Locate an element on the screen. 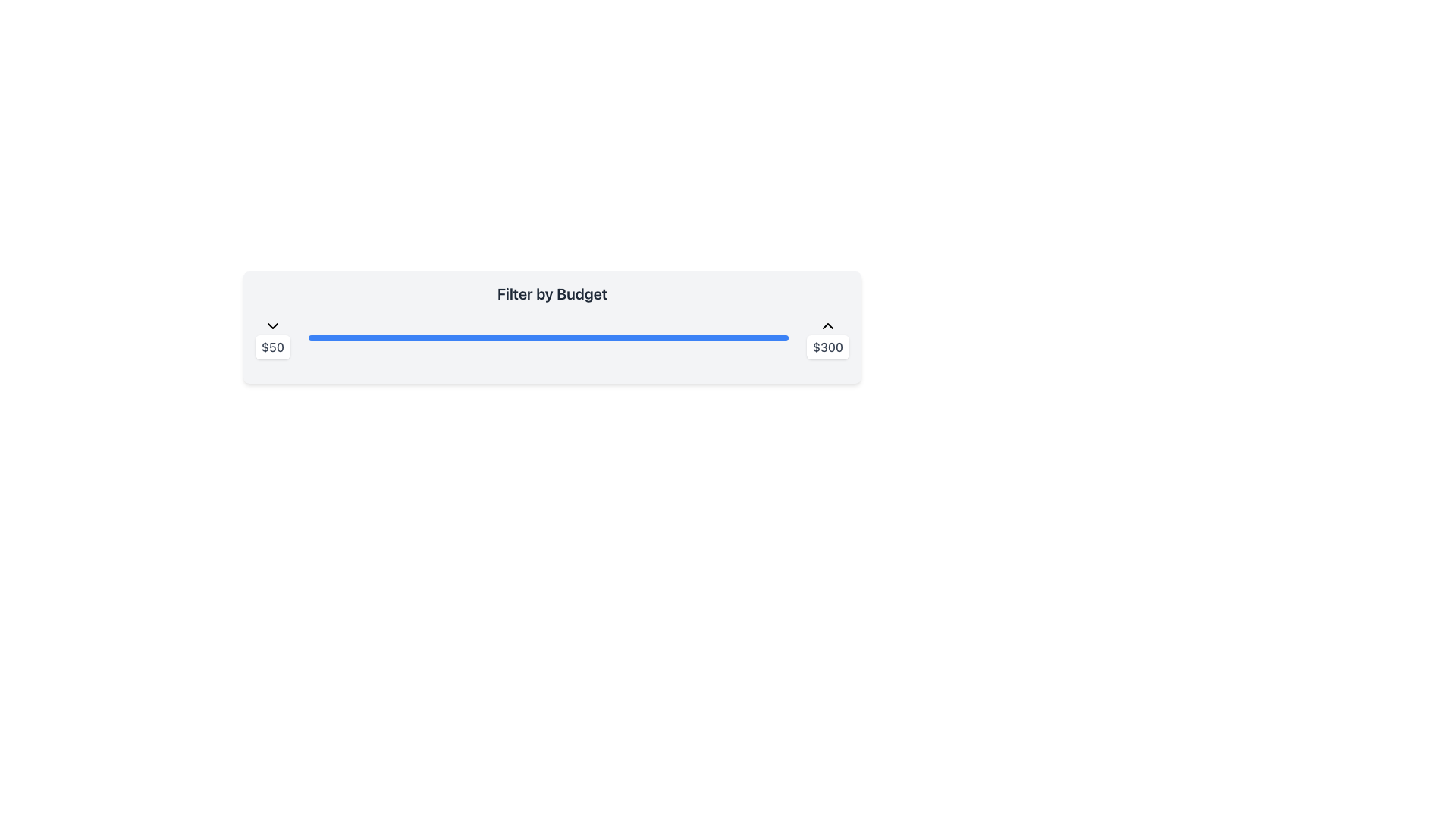  the budget filter is located at coordinates (699, 337).